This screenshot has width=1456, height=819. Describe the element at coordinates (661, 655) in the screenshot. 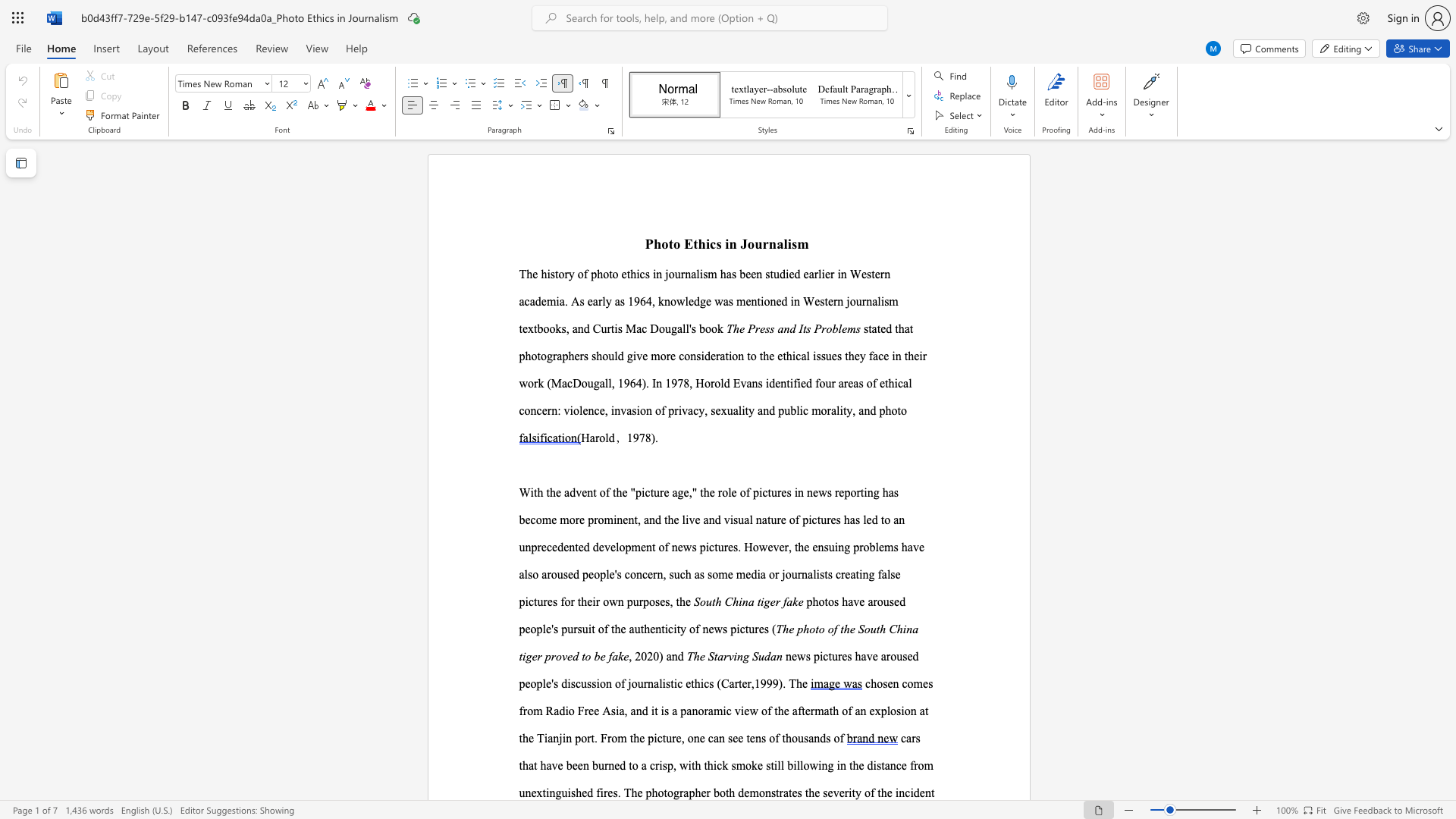

I see `the 1th character ")" in the text` at that location.